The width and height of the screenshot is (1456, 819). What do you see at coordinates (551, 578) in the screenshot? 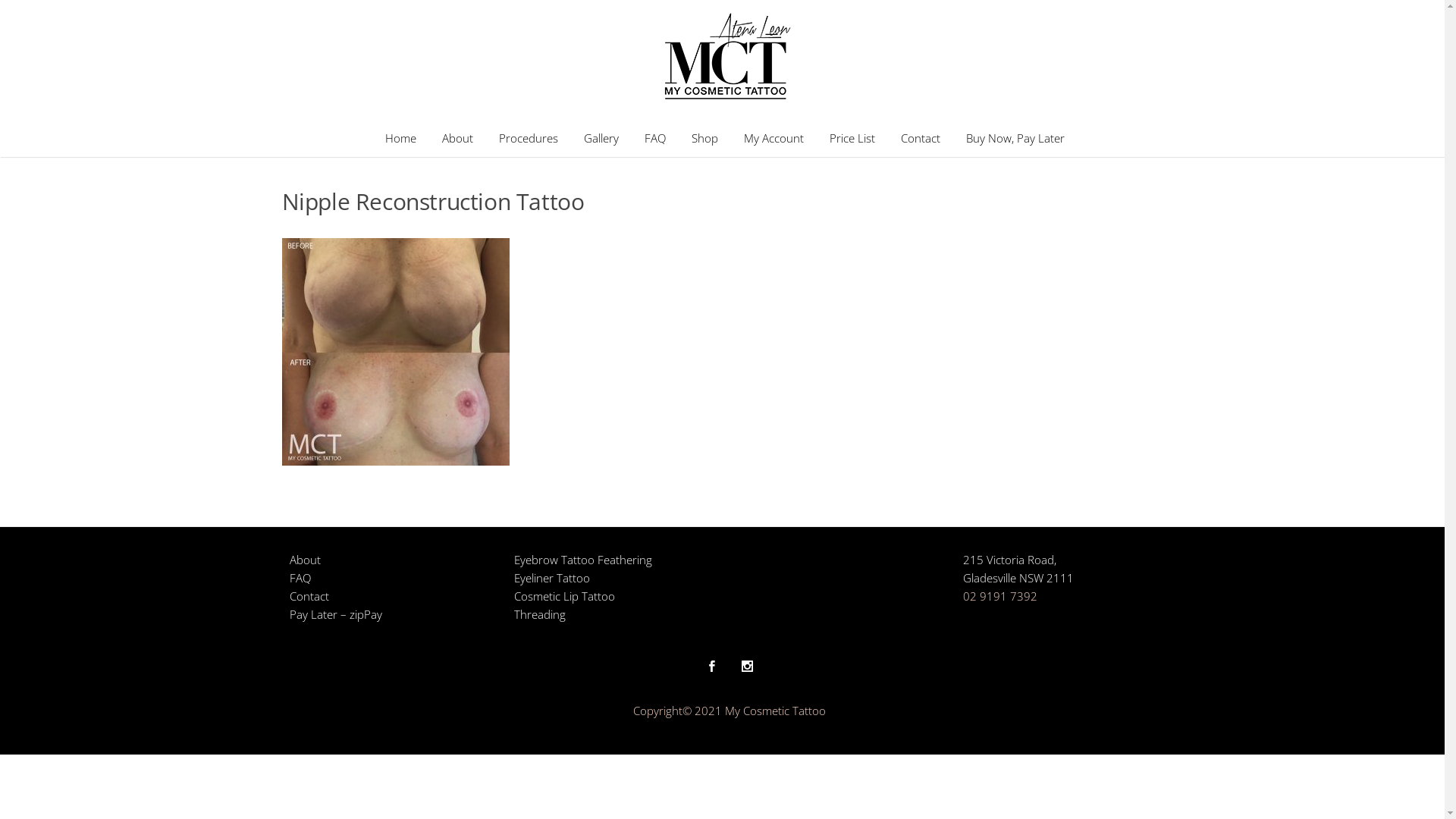
I see `'Eyeliner Tattoo'` at bounding box center [551, 578].